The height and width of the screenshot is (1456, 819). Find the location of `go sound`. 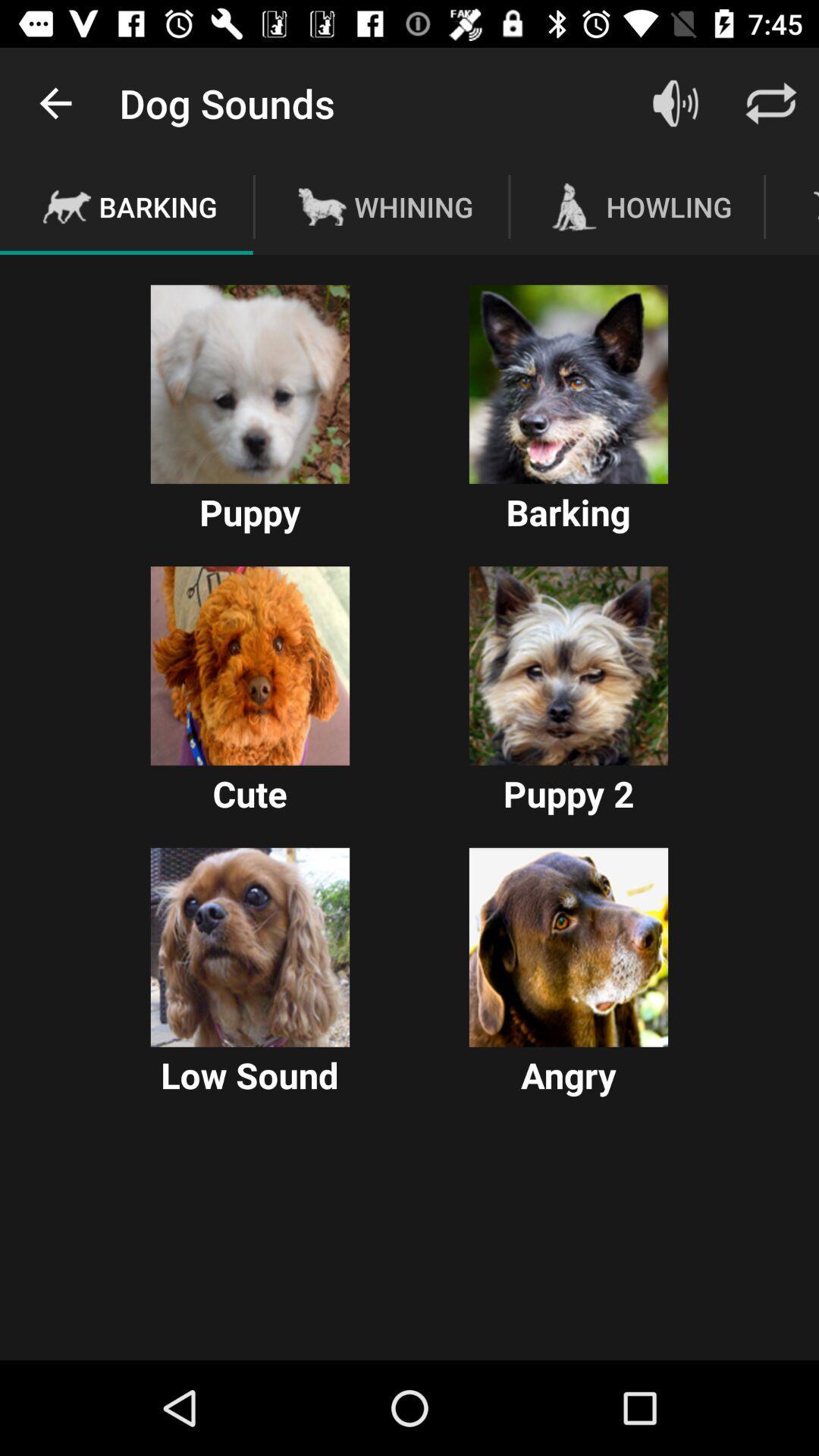

go sound is located at coordinates (675, 102).